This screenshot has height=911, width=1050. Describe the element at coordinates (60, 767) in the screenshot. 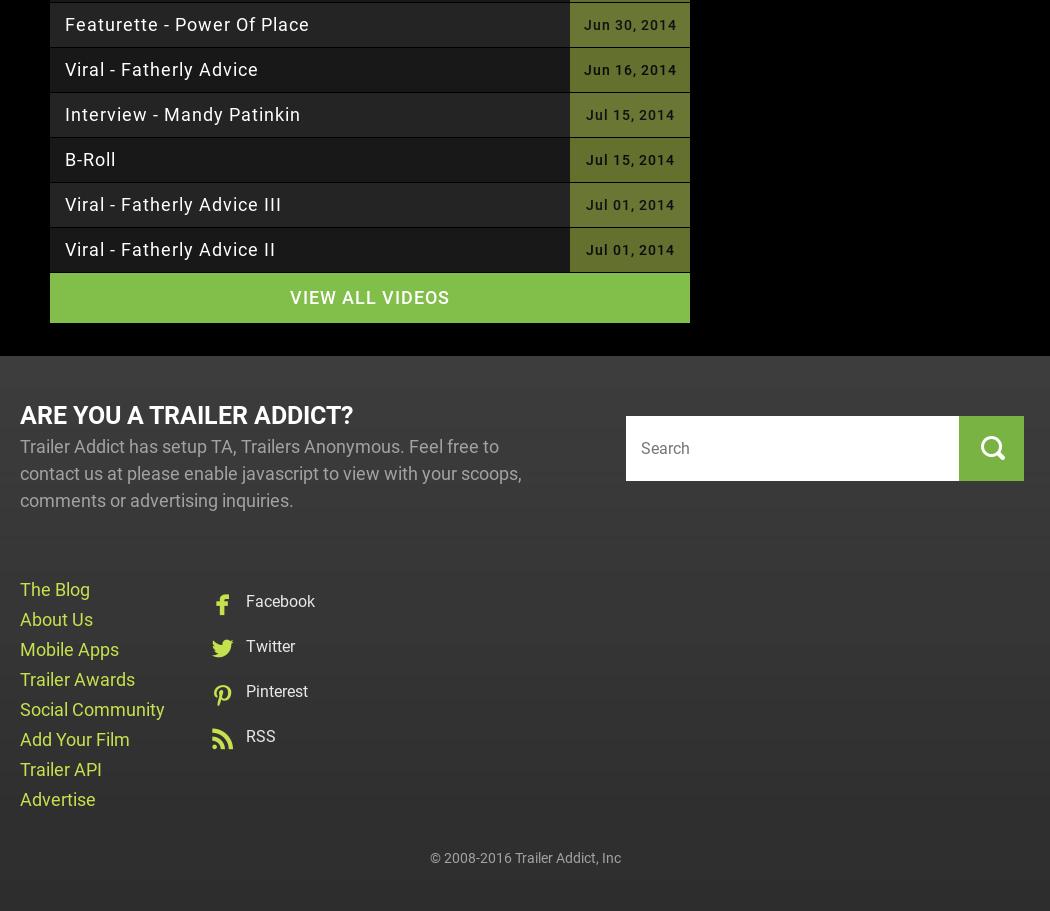

I see `'Trailer API'` at that location.